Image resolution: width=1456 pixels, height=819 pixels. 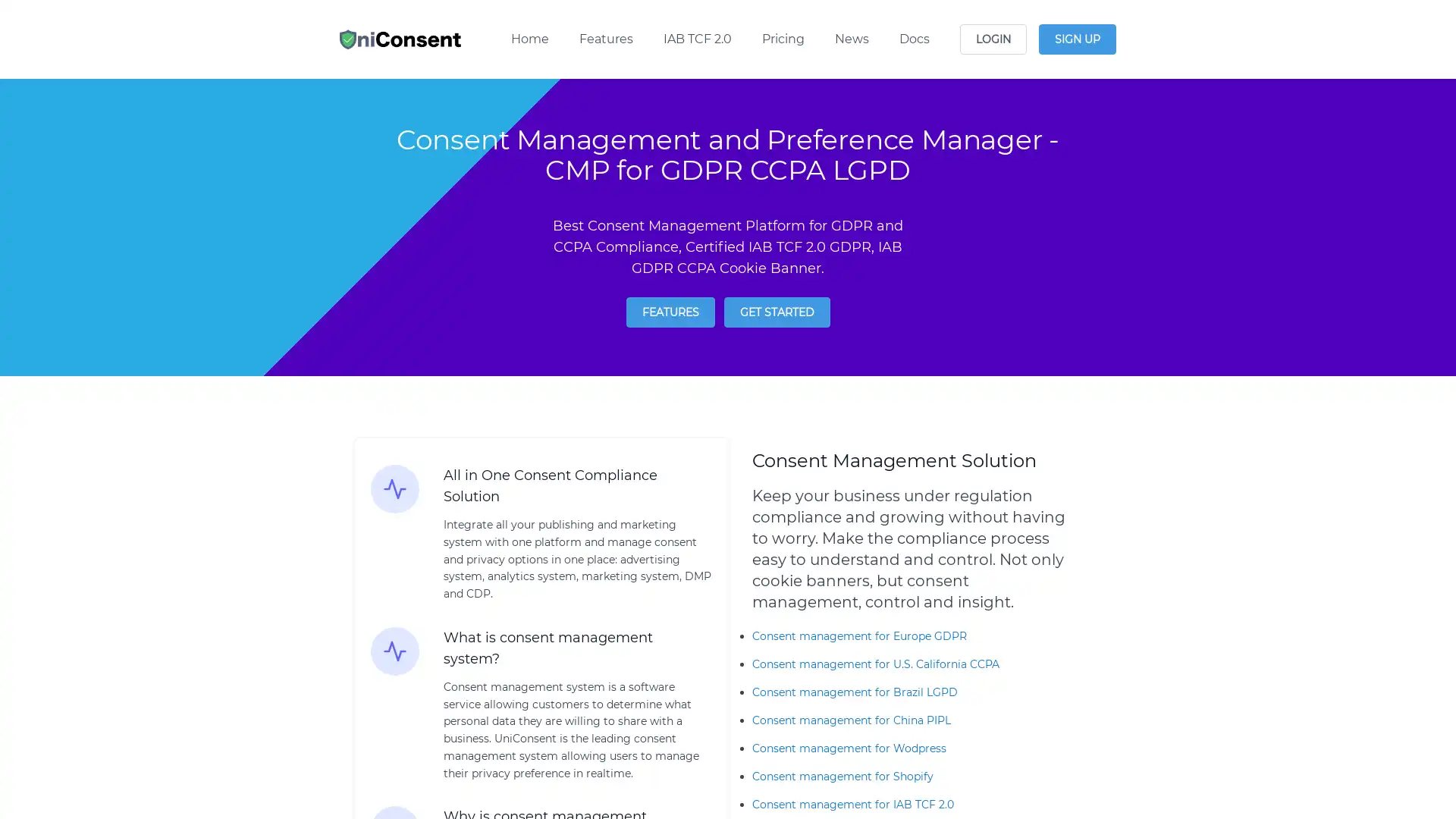 What do you see at coordinates (213, 791) in the screenshot?
I see `Reject All` at bounding box center [213, 791].